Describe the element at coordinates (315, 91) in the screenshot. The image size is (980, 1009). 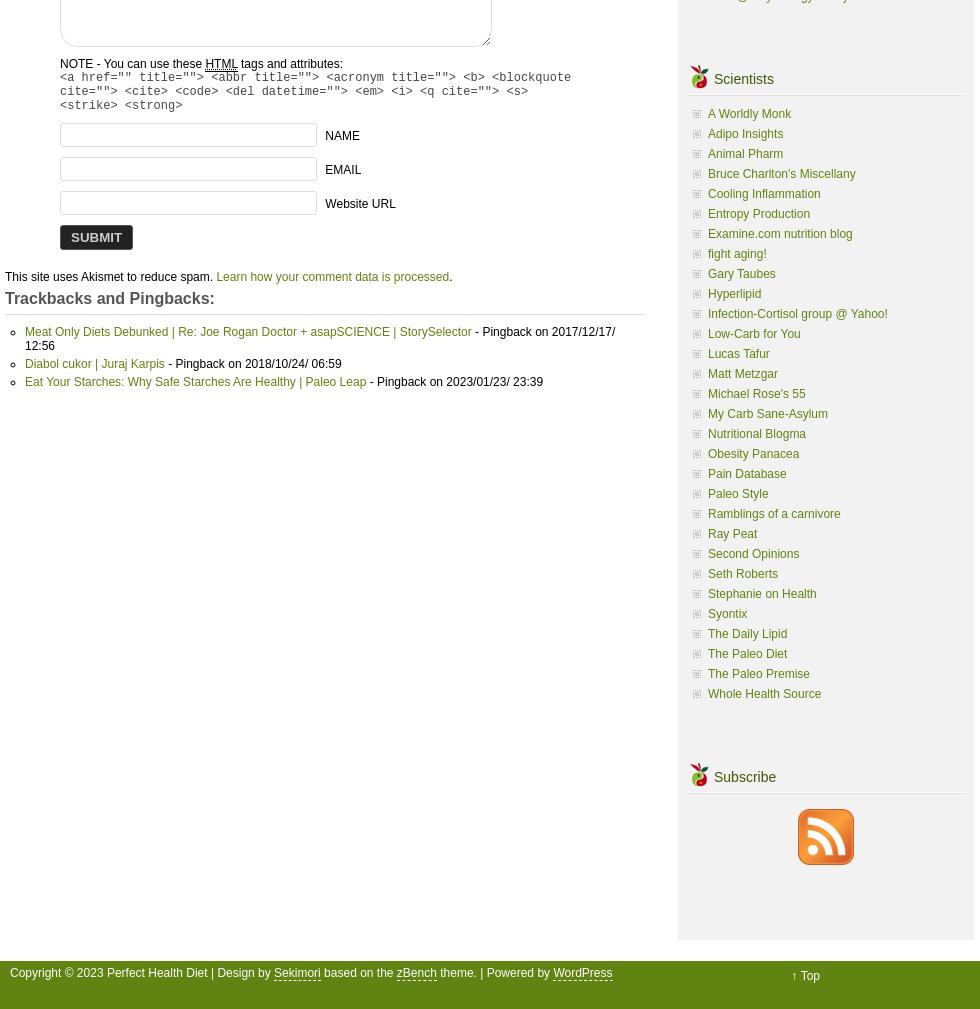
I see `'<a href="" title=""> <abbr title=""> <acronym title=""> <b> <blockquote cite=""> <cite> <code> <del datetime=""> <em> <i> <q cite=""> <s> <strike> <strong>'` at that location.